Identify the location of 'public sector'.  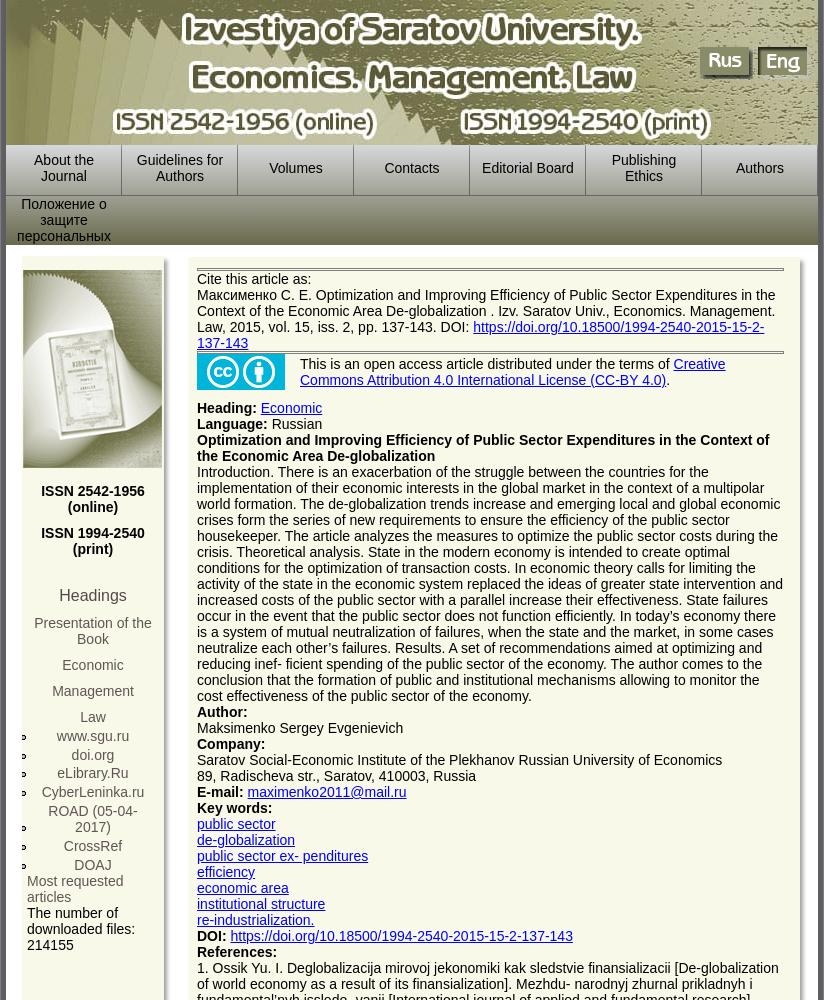
(234, 823).